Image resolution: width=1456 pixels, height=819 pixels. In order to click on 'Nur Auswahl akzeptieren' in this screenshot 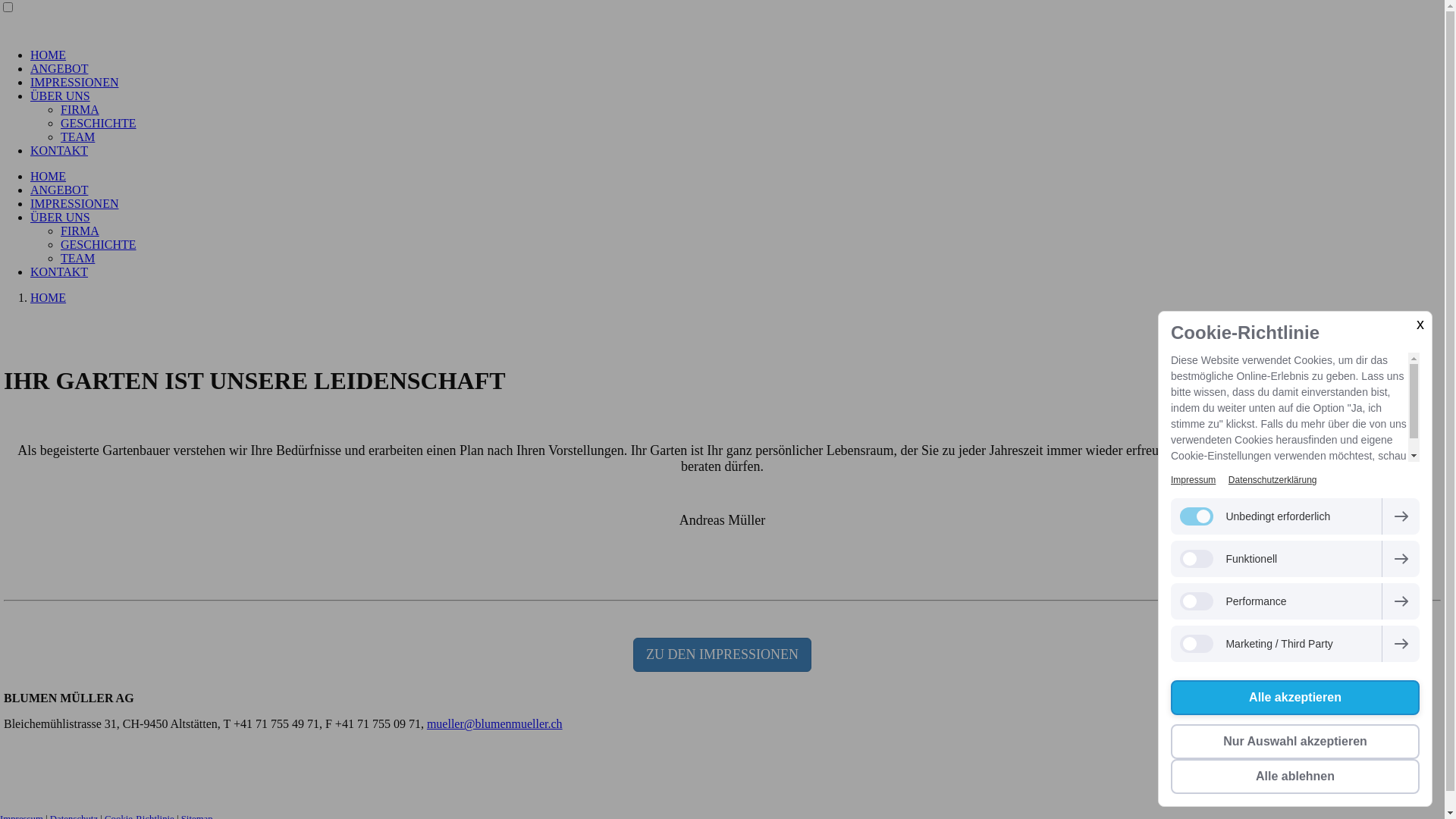, I will do `click(1294, 741)`.